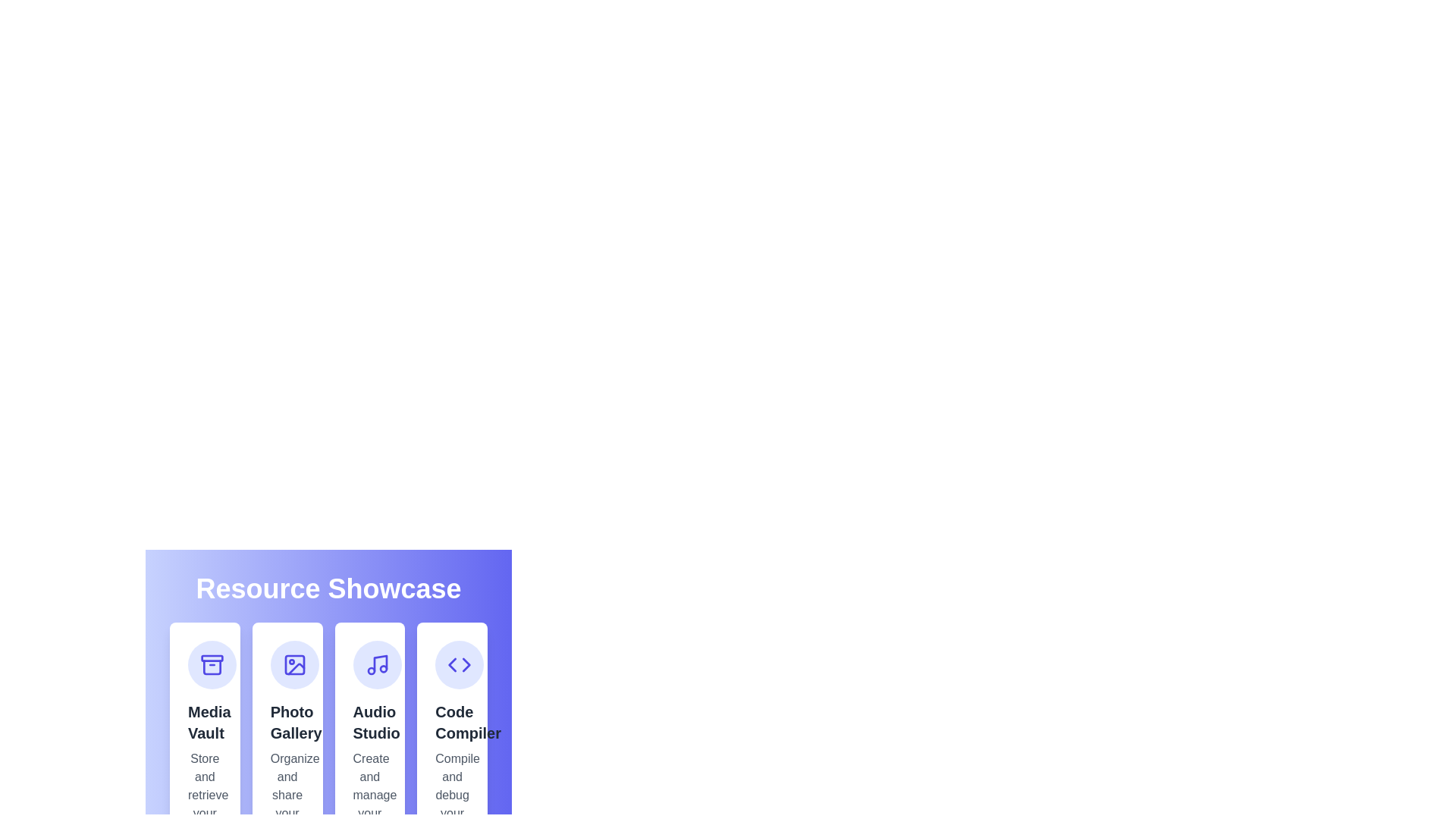  I want to click on the music note icon located at the top-center of the 'Audio Studio' card, so click(377, 664).